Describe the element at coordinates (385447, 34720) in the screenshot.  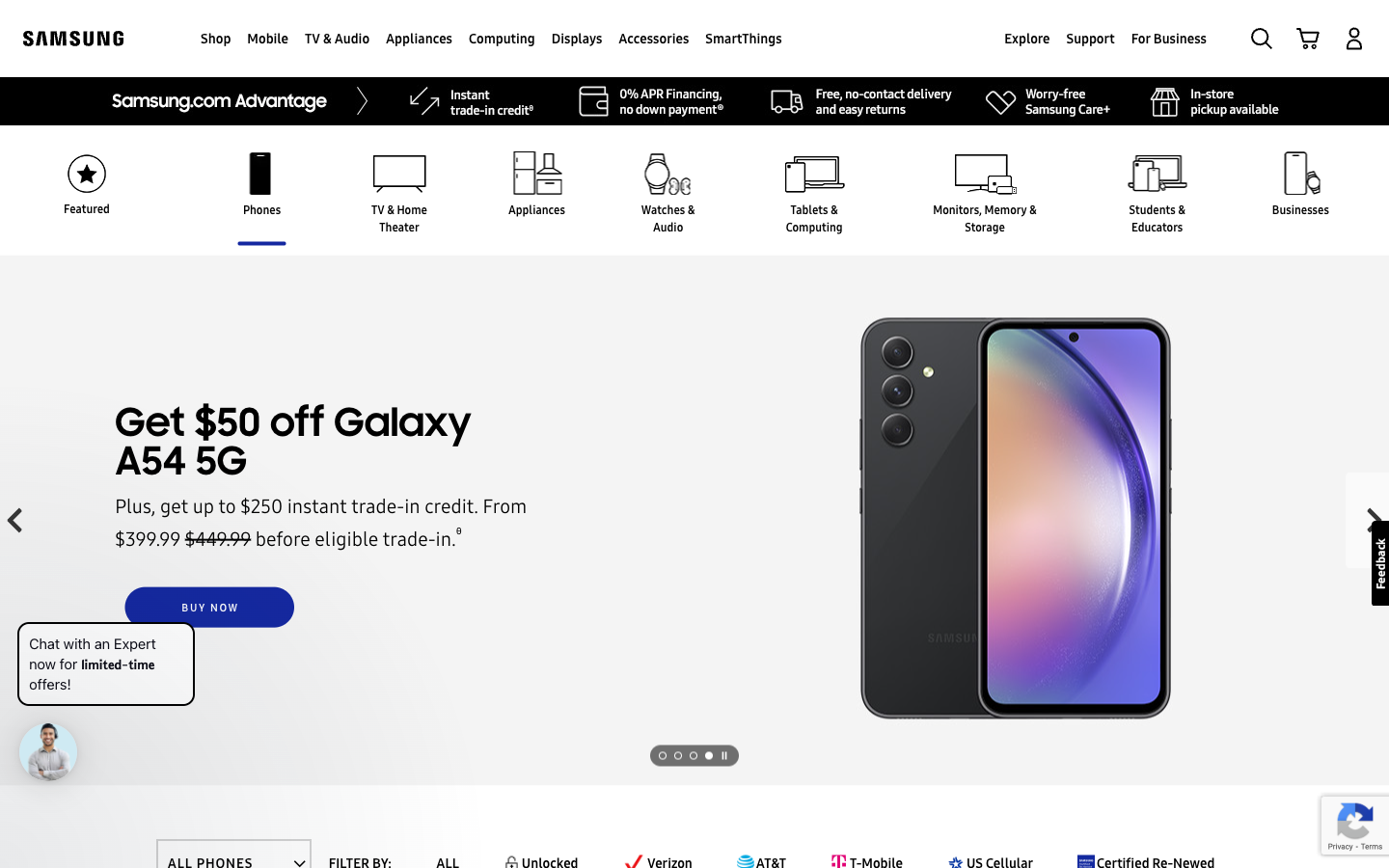
I see `the Mobile dropdown in the top panel by hovering over the button` at that location.